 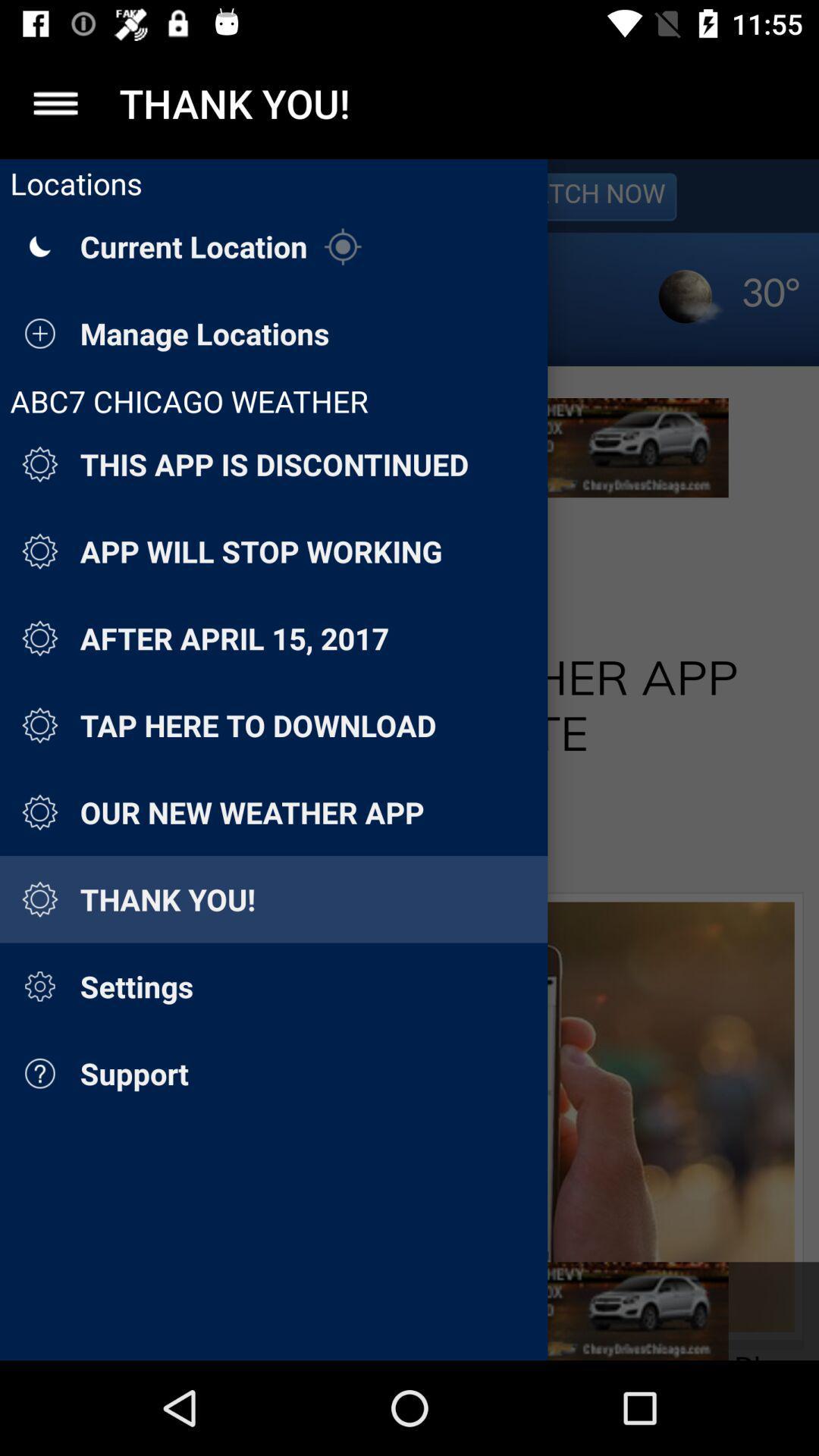 I want to click on side menu, so click(x=55, y=102).